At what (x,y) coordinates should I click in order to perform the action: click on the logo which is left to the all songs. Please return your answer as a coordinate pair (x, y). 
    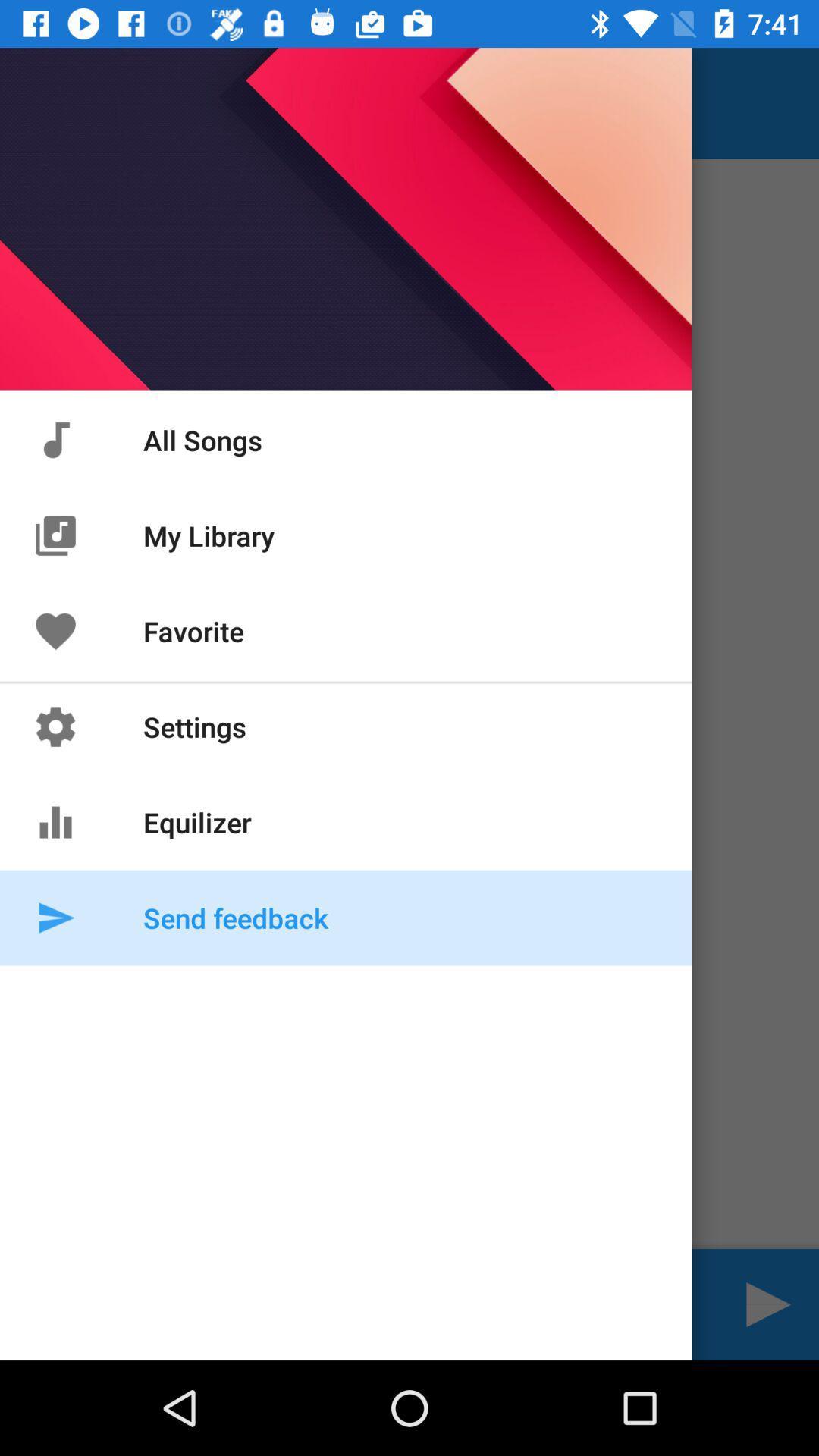
    Looking at the image, I should click on (55, 439).